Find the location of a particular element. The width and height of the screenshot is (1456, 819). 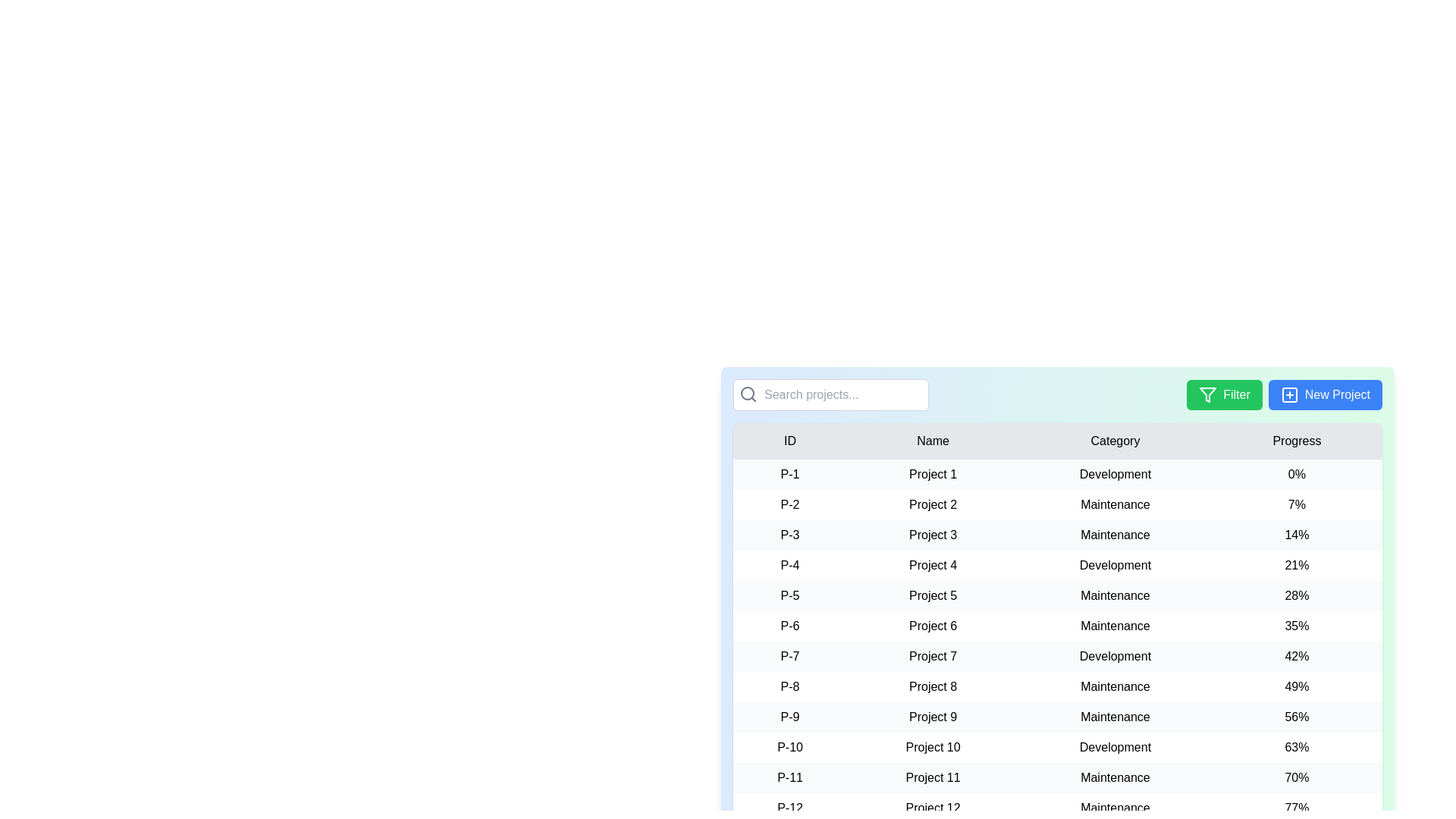

the New Project button to view its hover effect is located at coordinates (1324, 394).